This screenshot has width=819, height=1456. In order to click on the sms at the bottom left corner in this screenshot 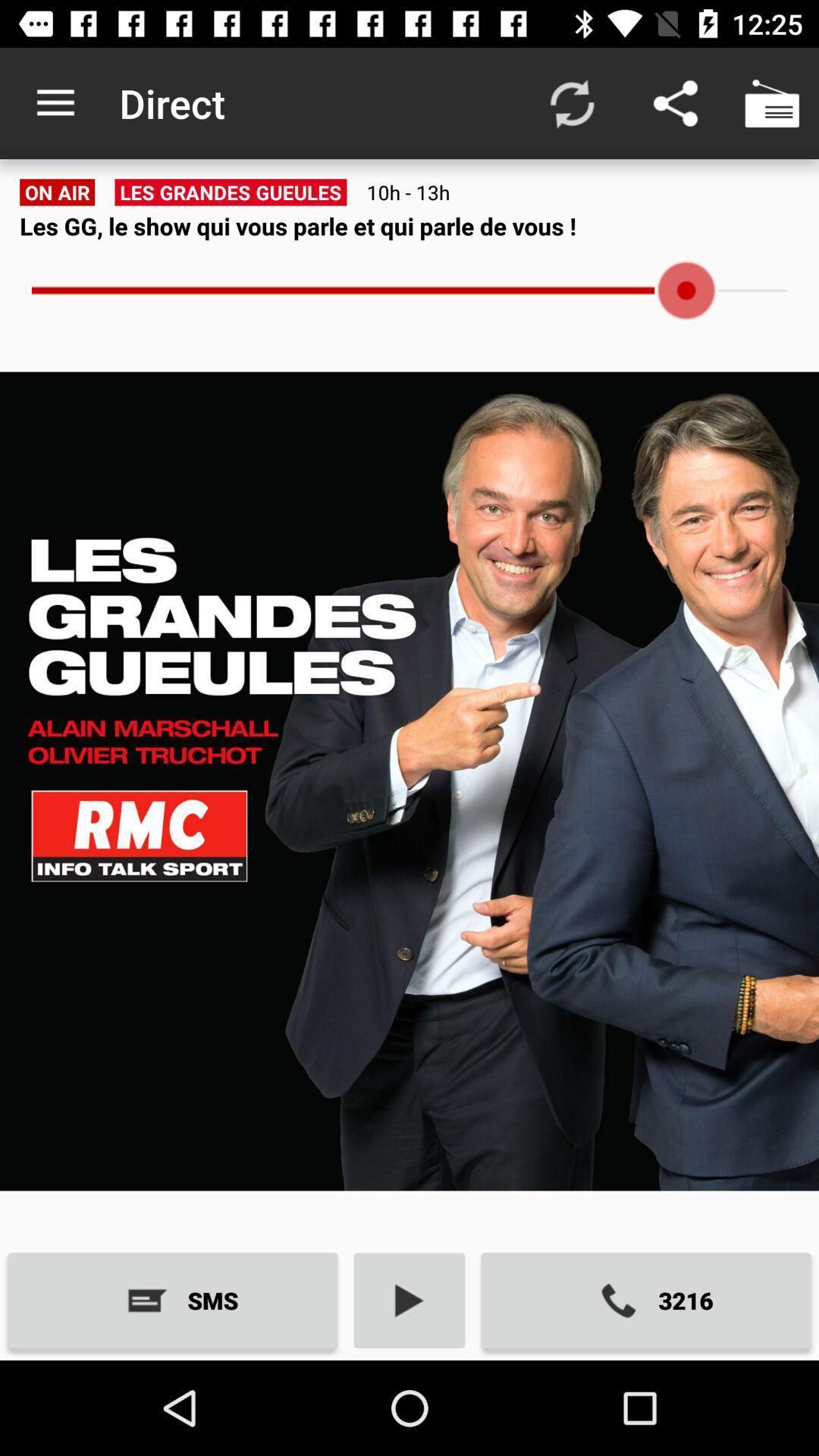, I will do `click(171, 1300)`.